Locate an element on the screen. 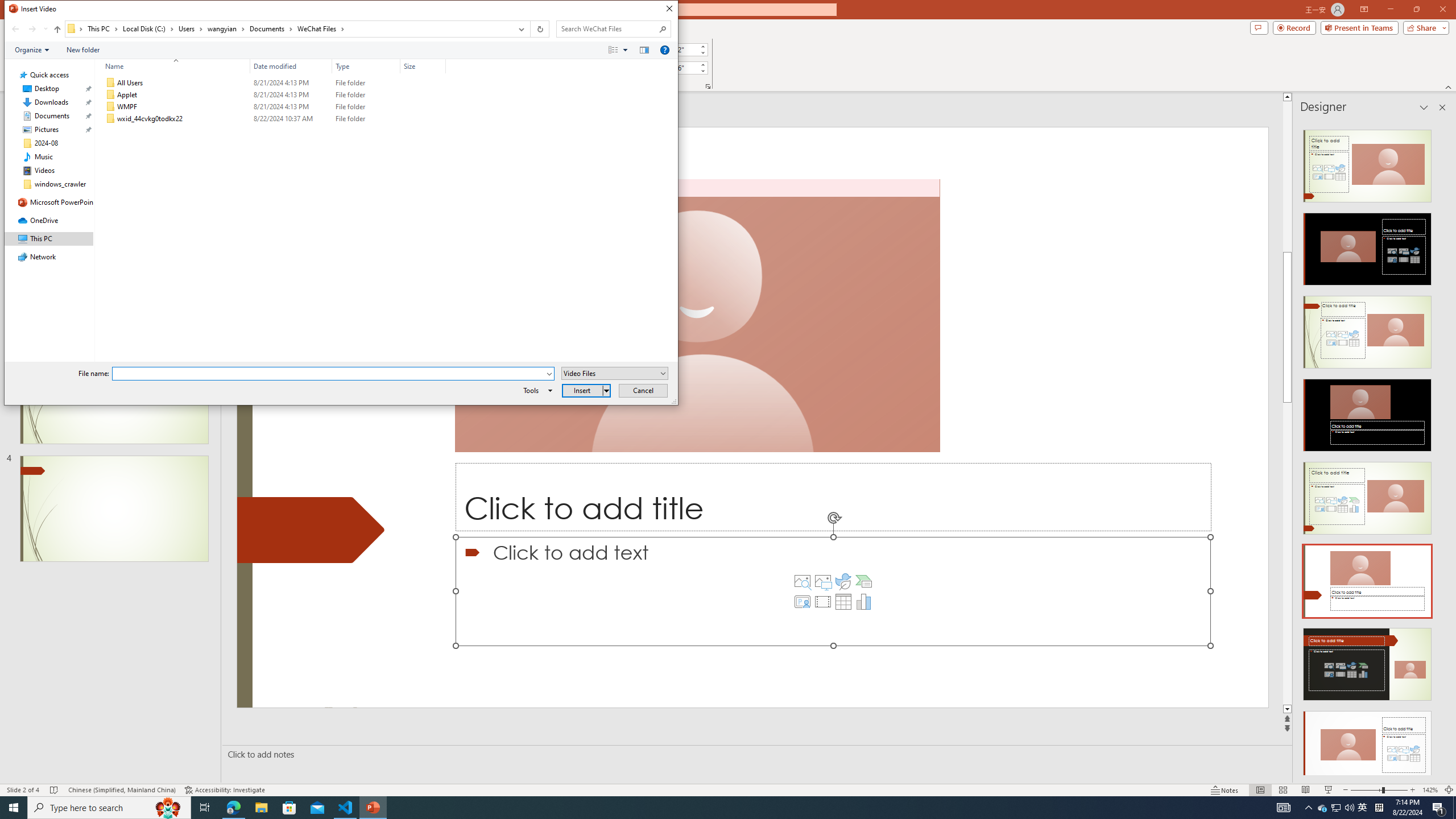 The width and height of the screenshot is (1456, 819). 'Tools' is located at coordinates (535, 390).